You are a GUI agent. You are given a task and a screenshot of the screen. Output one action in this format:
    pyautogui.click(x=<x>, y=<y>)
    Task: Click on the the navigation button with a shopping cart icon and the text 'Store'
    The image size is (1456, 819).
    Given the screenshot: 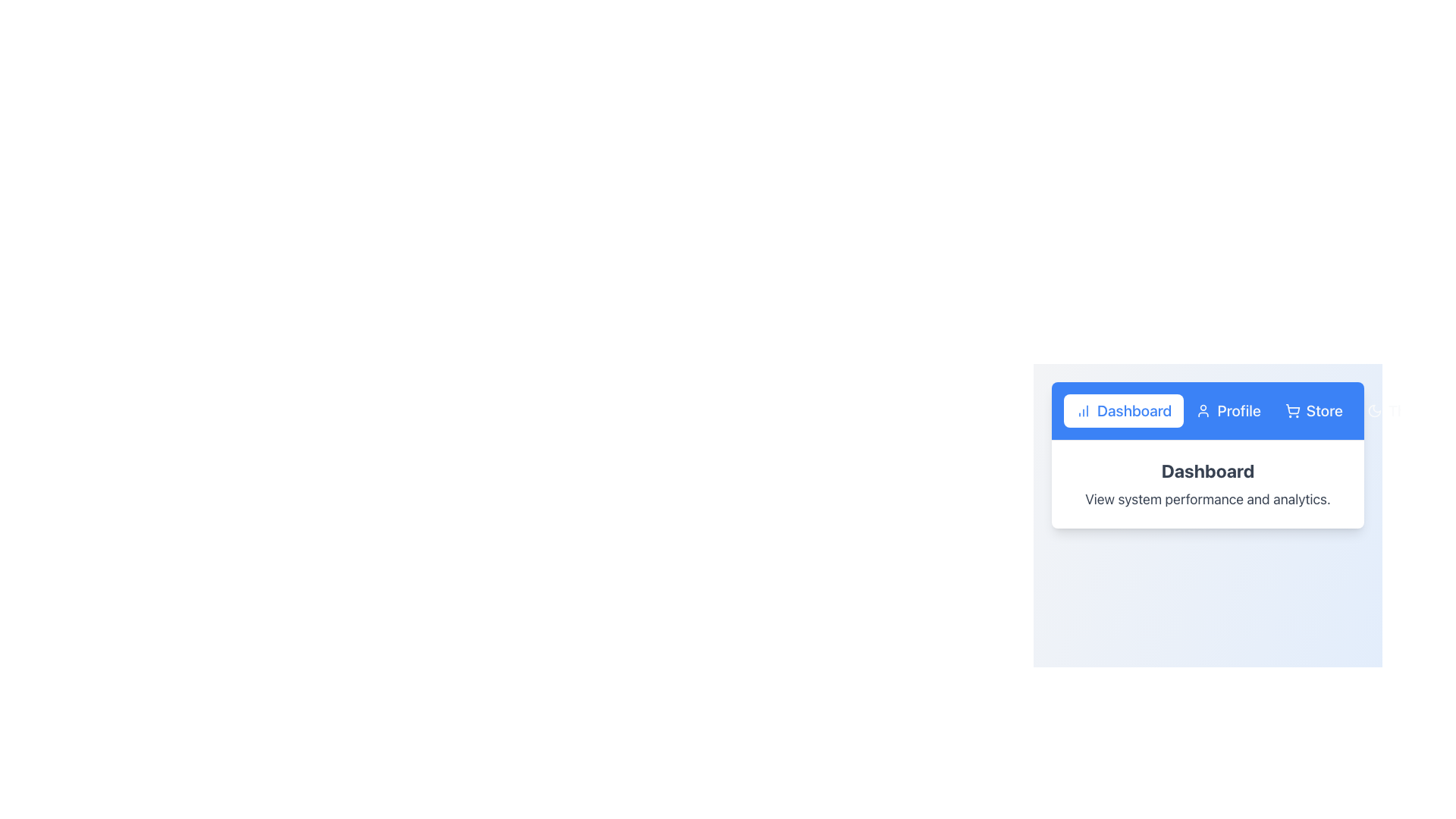 What is the action you would take?
    pyautogui.click(x=1313, y=411)
    